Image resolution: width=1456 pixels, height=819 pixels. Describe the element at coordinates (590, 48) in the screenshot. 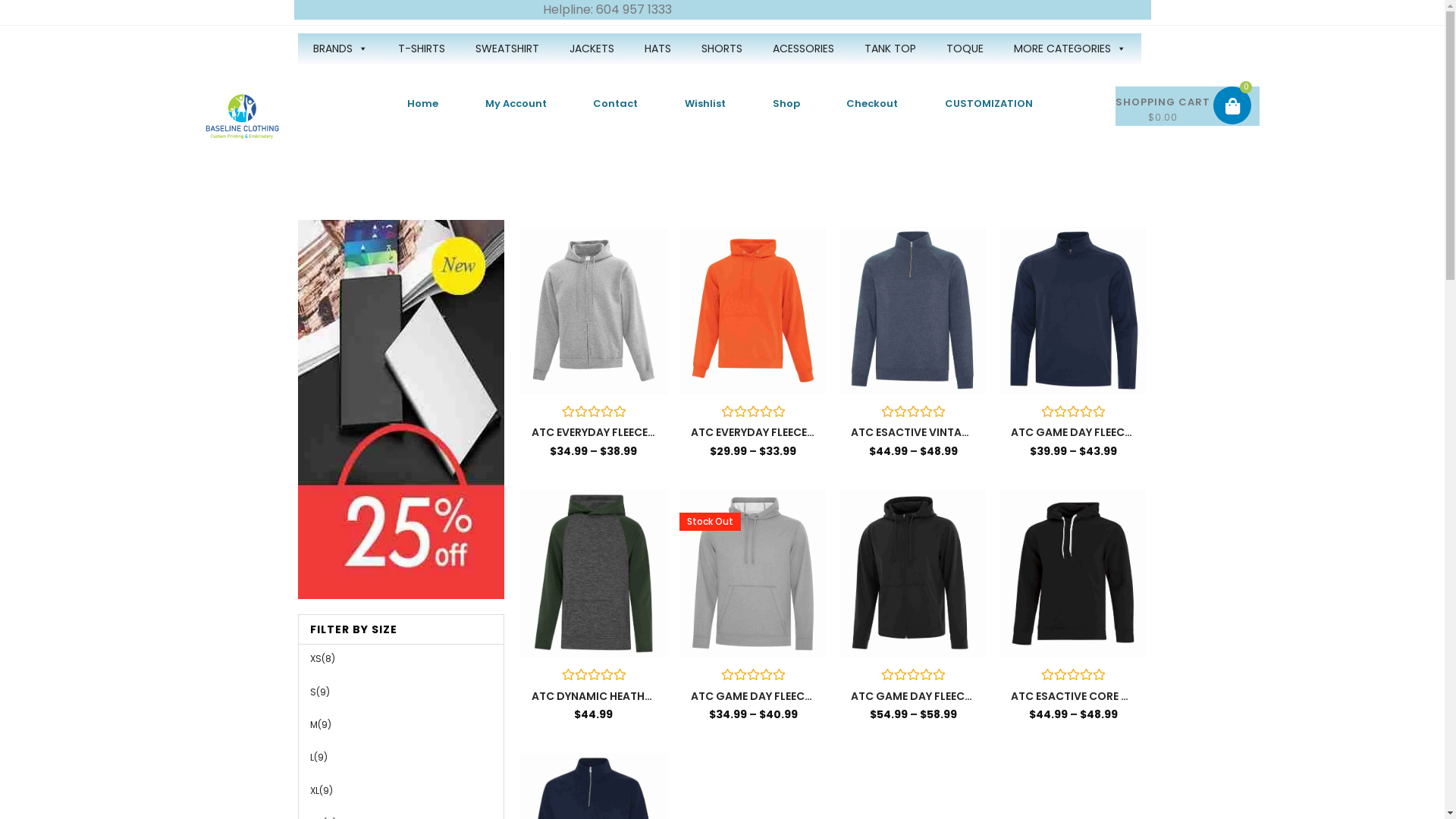

I see `'JACKETS'` at that location.